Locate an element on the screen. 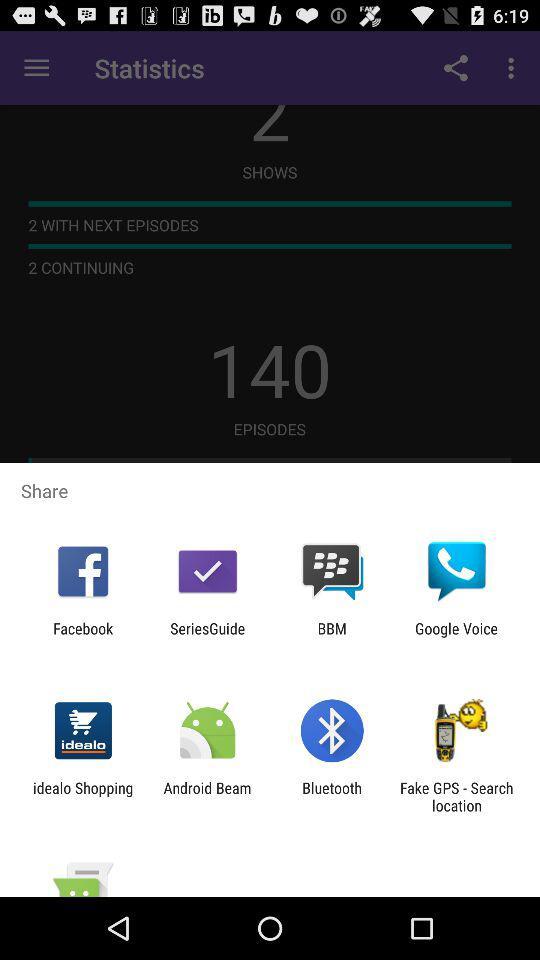 The height and width of the screenshot is (960, 540). app next to seriesguide icon is located at coordinates (82, 636).